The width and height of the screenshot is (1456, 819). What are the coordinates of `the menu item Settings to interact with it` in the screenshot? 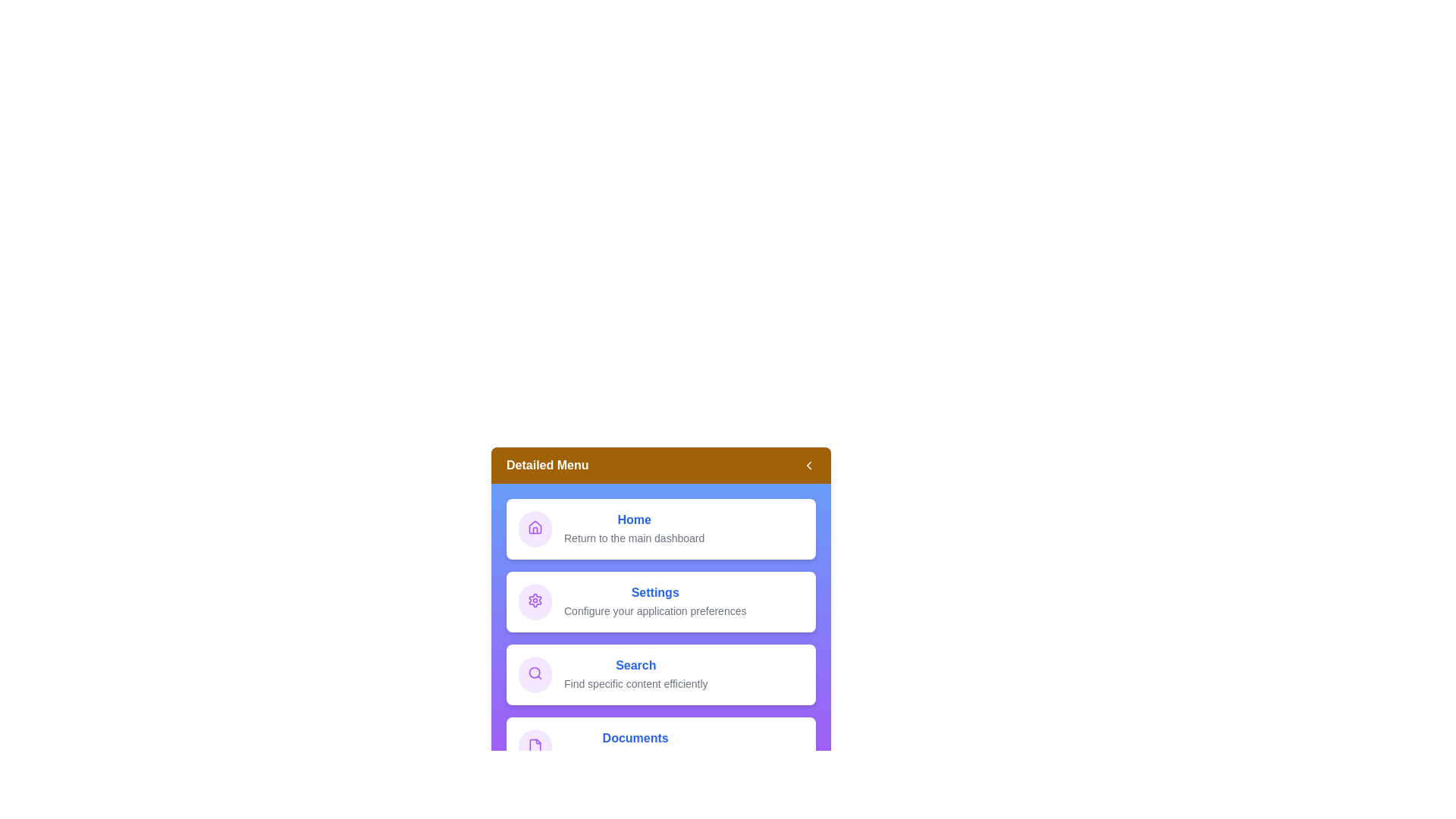 It's located at (661, 601).